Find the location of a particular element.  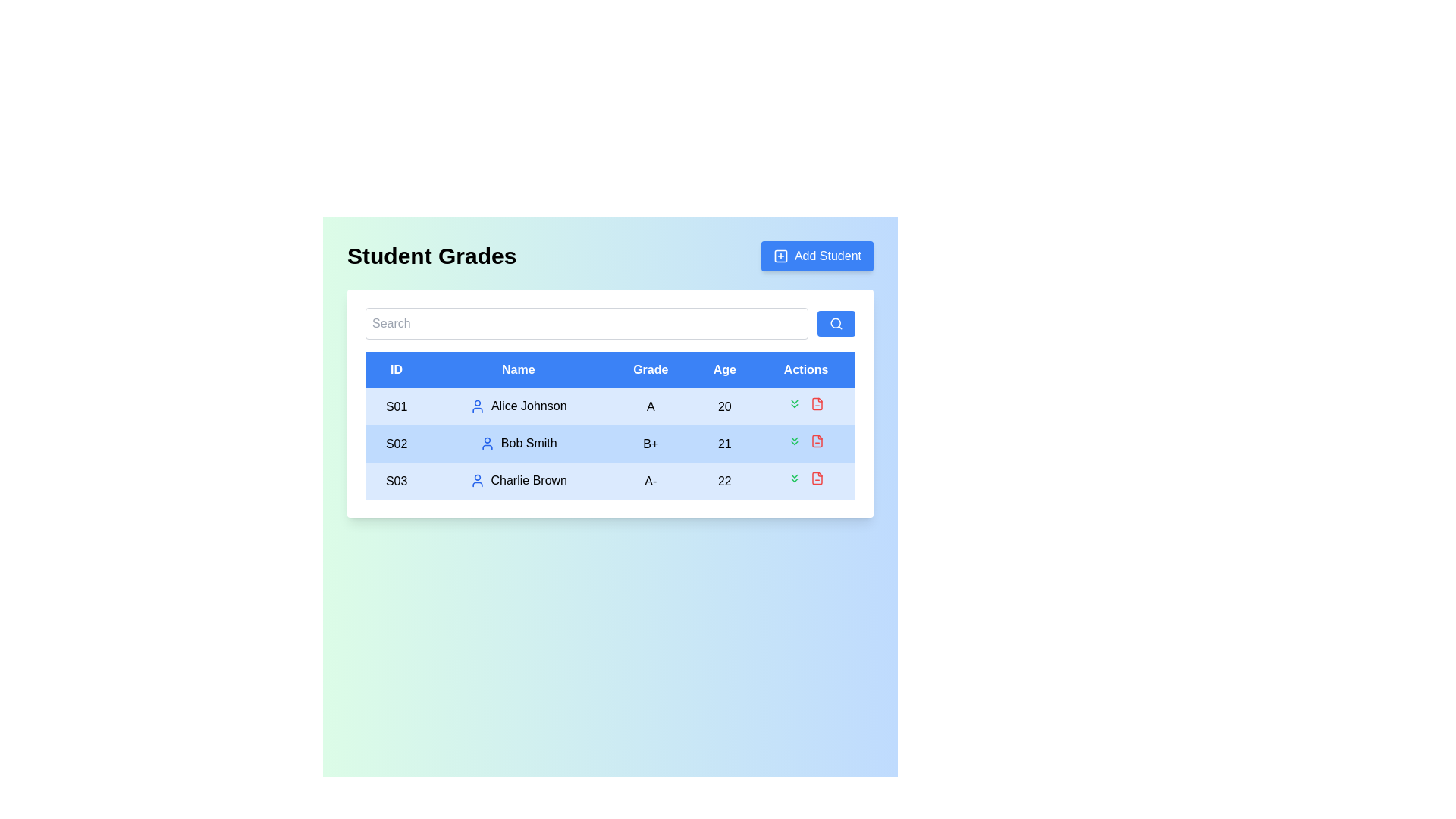

the details of the element displaying 'Alice Johnson' in black text with a blue user icon, located in the 'Name' column of the first row of the table is located at coordinates (518, 406).